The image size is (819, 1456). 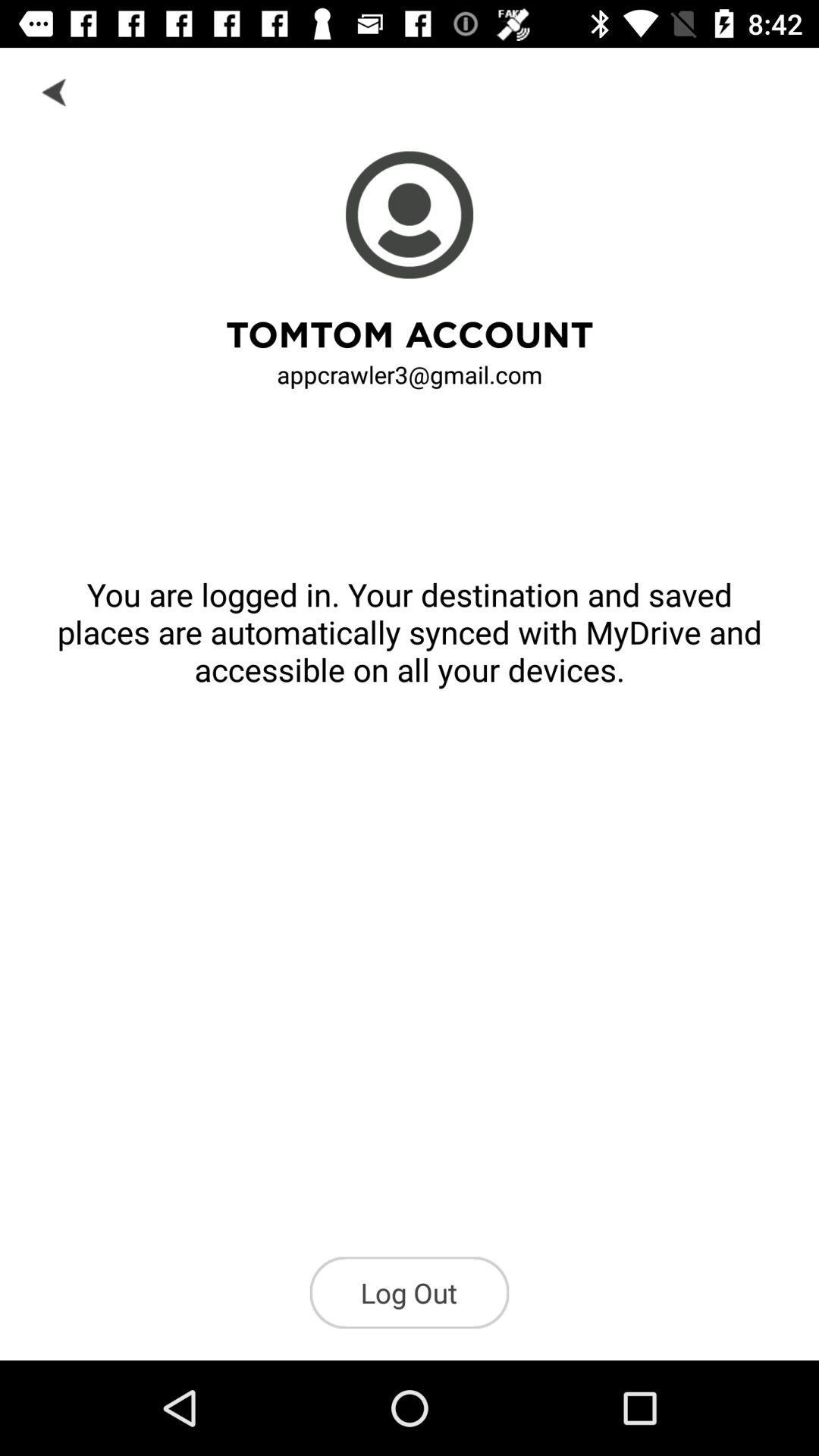 What do you see at coordinates (55, 90) in the screenshot?
I see `click on the arrow back` at bounding box center [55, 90].